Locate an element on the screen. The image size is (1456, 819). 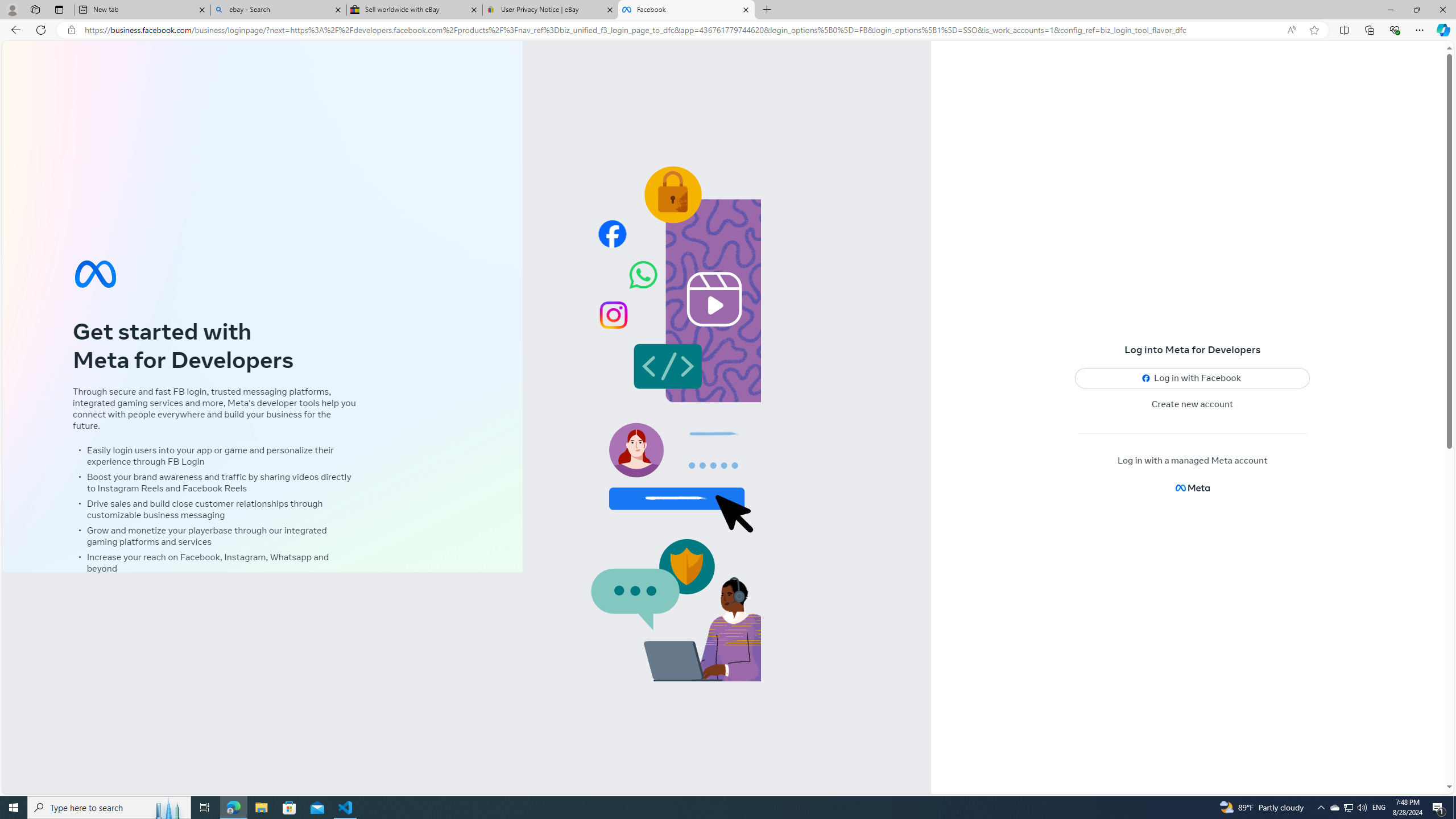
'Address and search bar' is located at coordinates (681, 30).